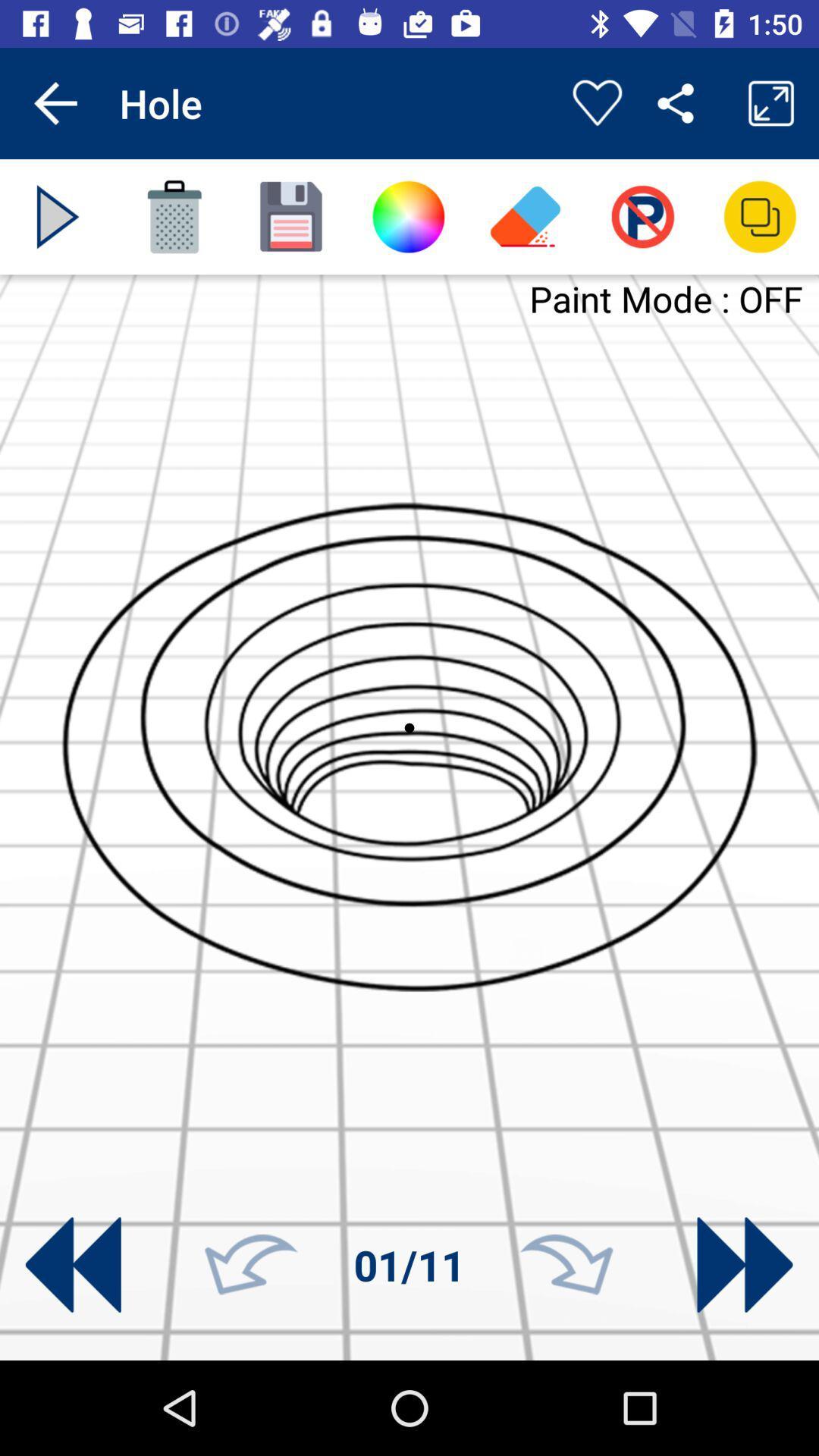  I want to click on redo option, so click(566, 1265).